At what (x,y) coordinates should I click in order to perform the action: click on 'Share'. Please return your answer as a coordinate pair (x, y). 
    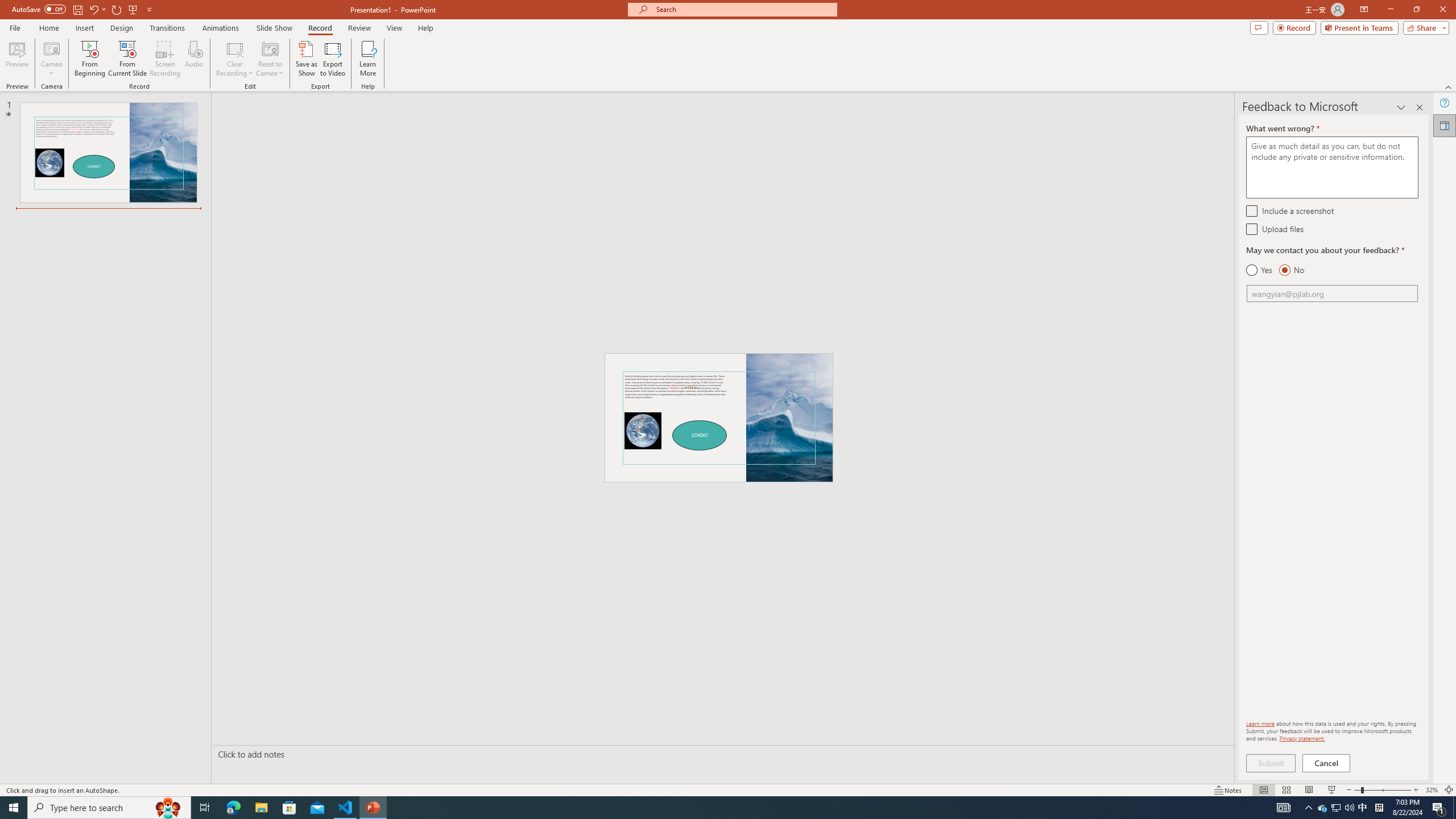
    Looking at the image, I should click on (1423, 27).